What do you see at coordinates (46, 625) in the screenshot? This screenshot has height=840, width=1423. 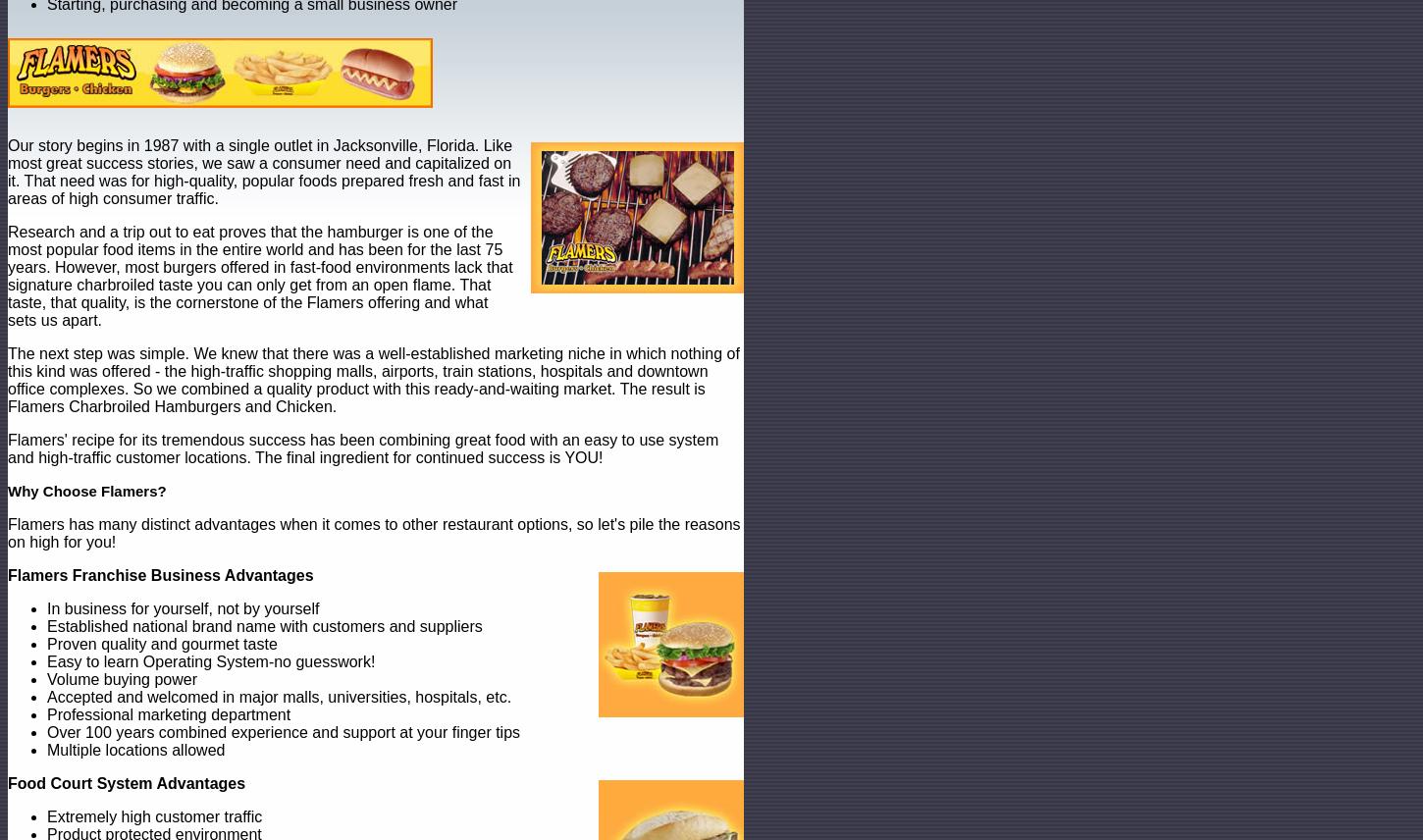 I see `'Established national brand name with customers and suppliers'` at bounding box center [46, 625].